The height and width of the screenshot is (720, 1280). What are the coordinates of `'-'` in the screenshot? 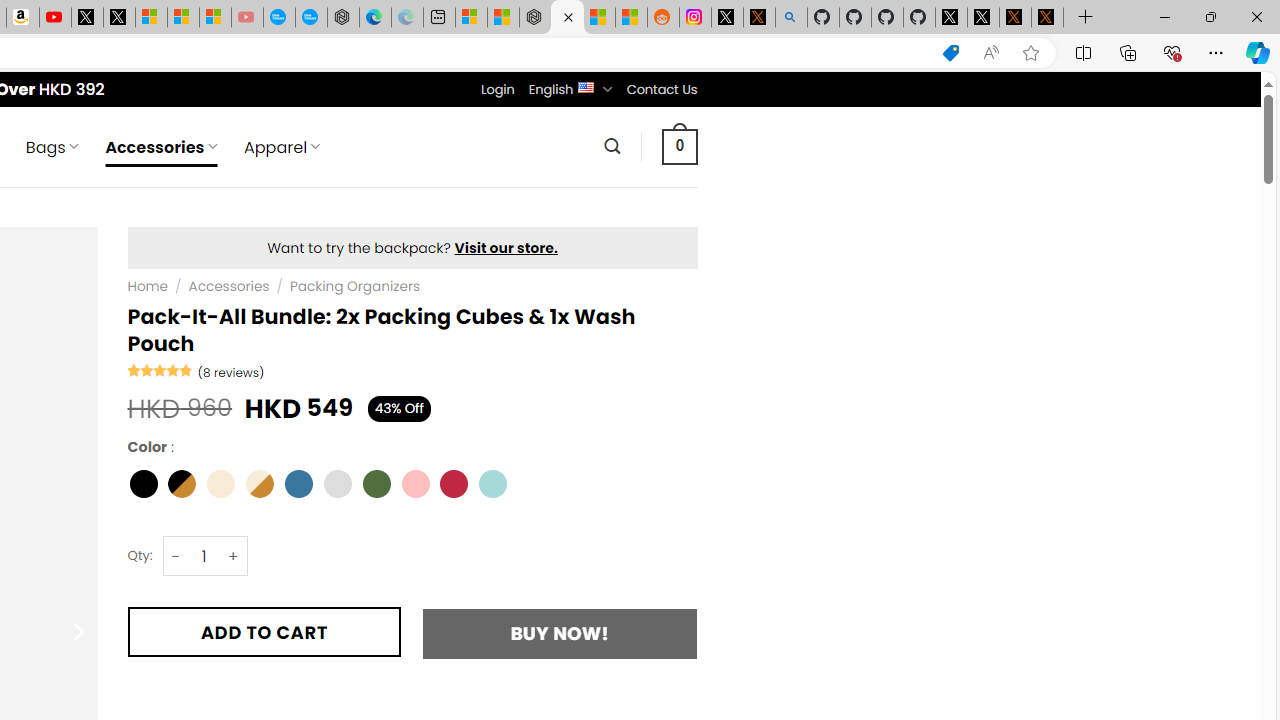 It's located at (176, 556).